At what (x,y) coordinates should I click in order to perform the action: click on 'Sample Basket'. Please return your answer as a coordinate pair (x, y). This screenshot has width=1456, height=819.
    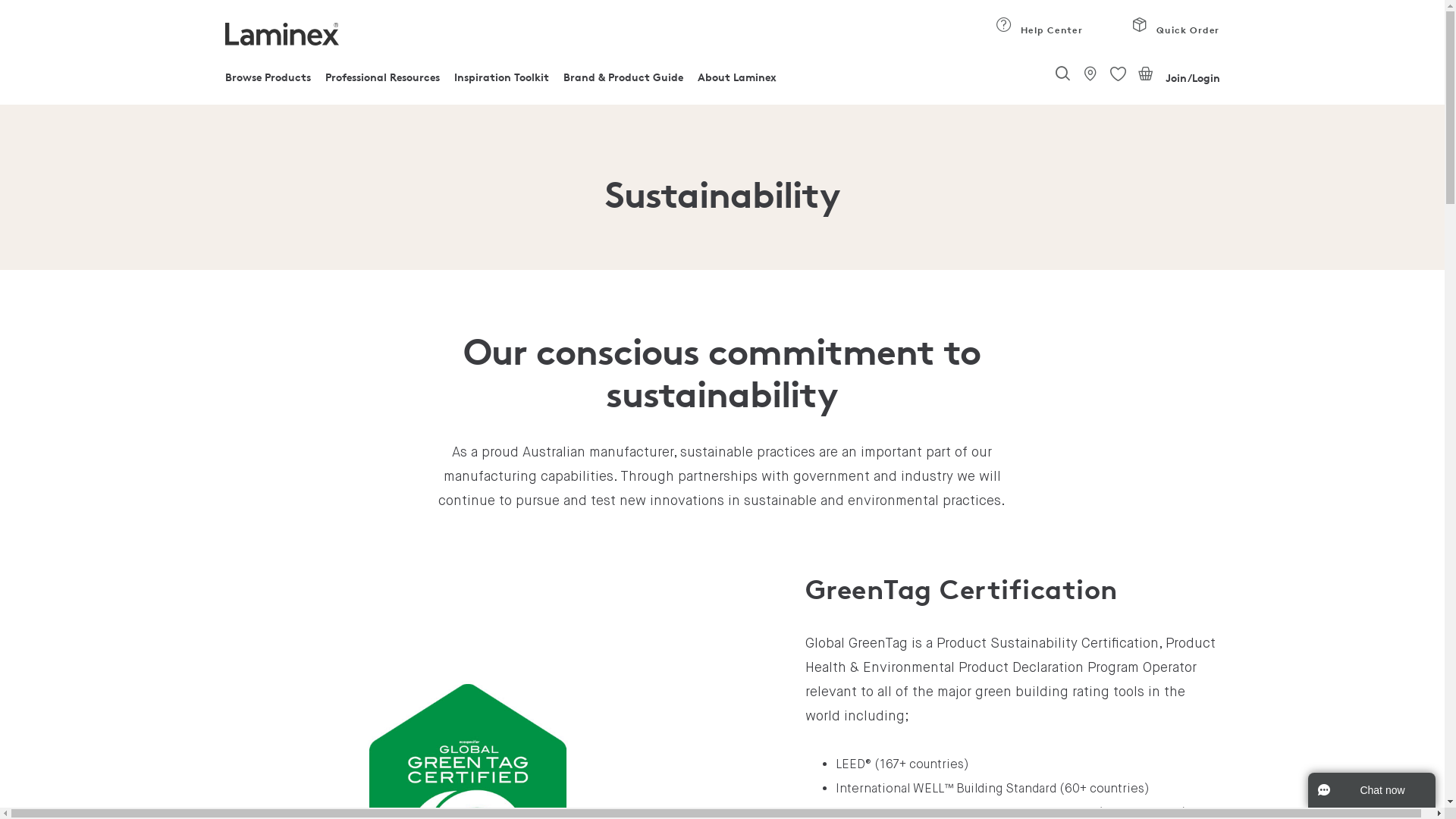
    Looking at the image, I should click on (1146, 73).